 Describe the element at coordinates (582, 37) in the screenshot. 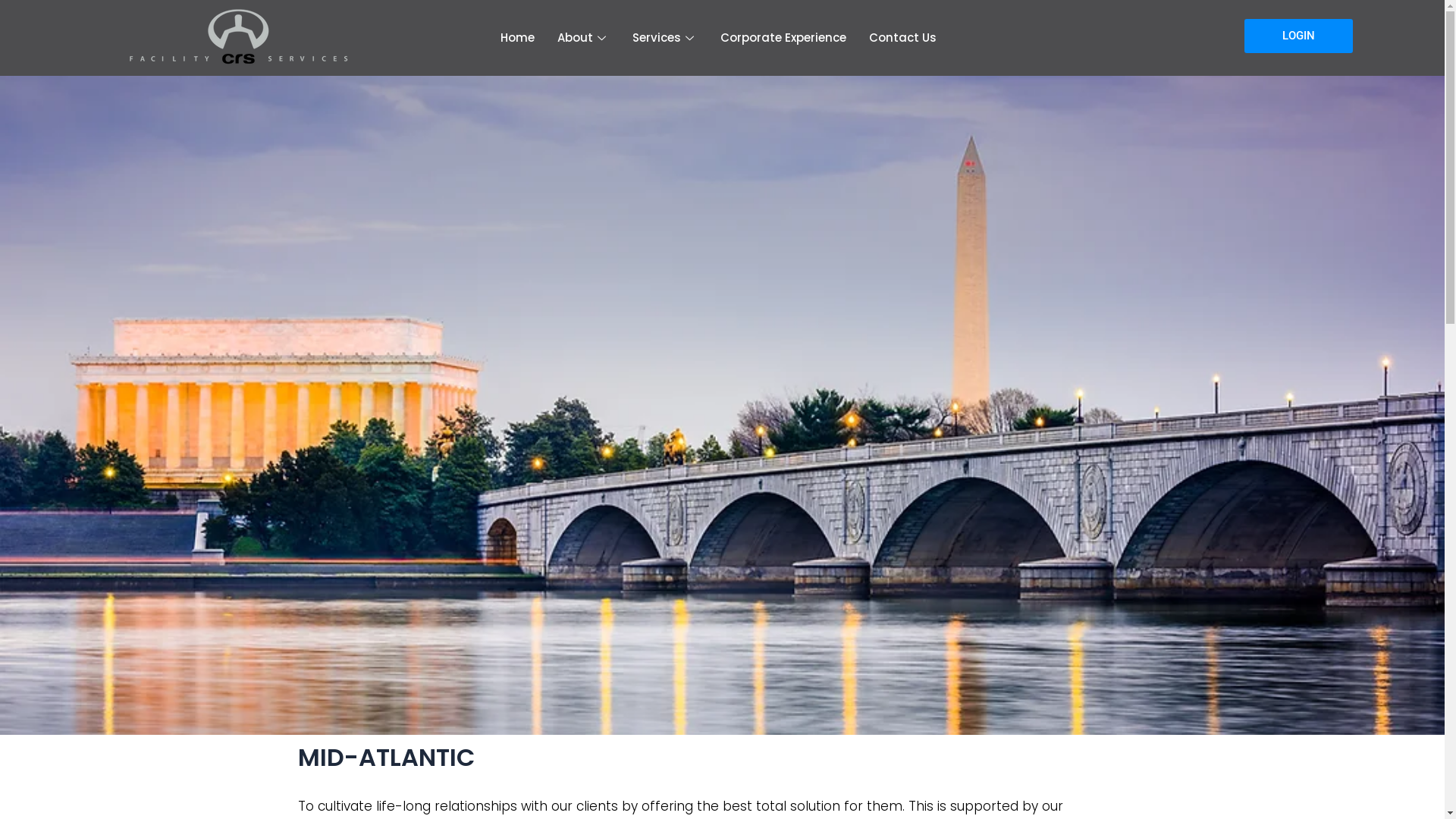

I see `'About'` at that location.